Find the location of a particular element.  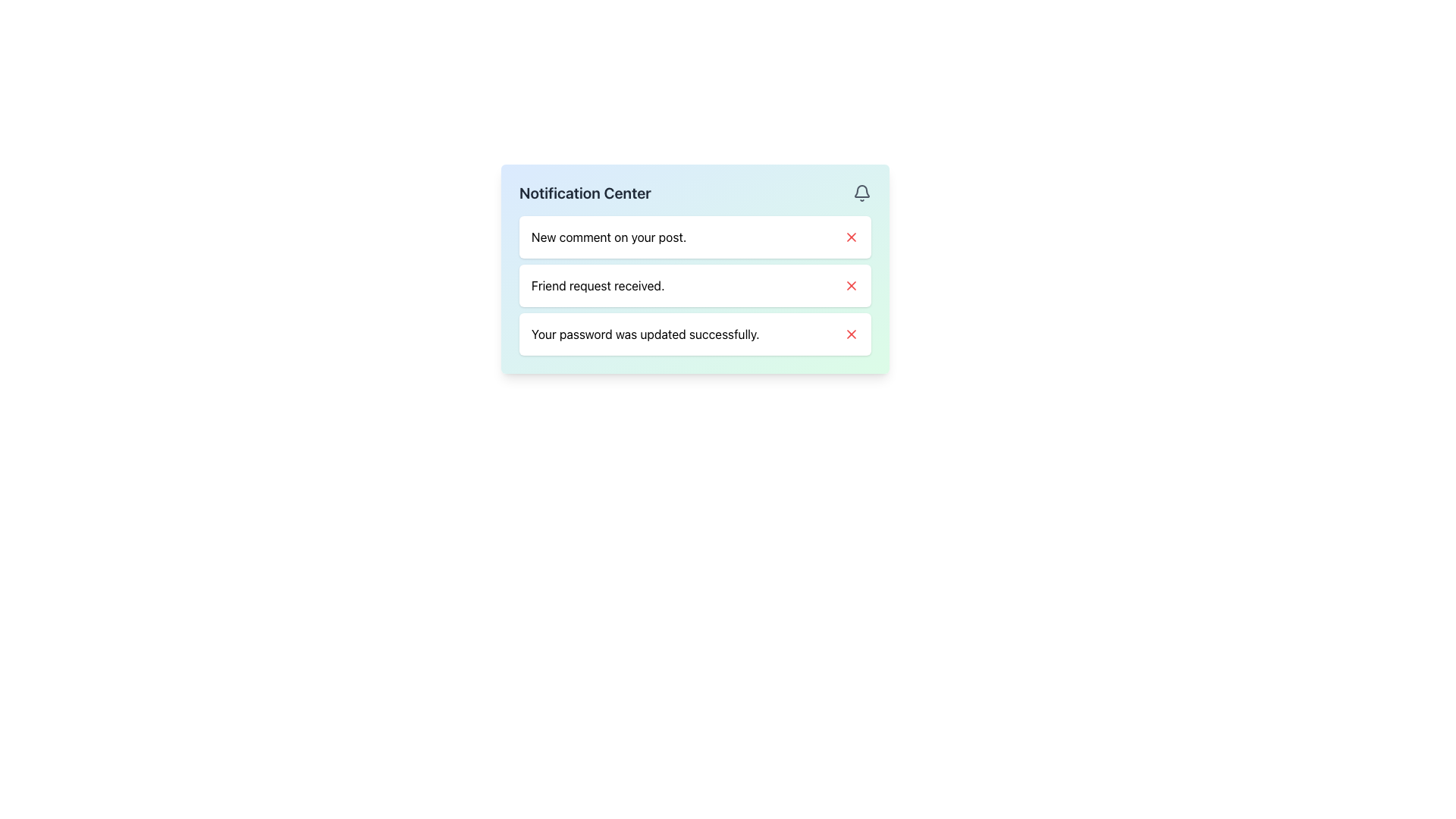

contents of the notification card that displays 'Friend request received.' located in the Notification Center, specifically the second notification in the list is located at coordinates (694, 286).